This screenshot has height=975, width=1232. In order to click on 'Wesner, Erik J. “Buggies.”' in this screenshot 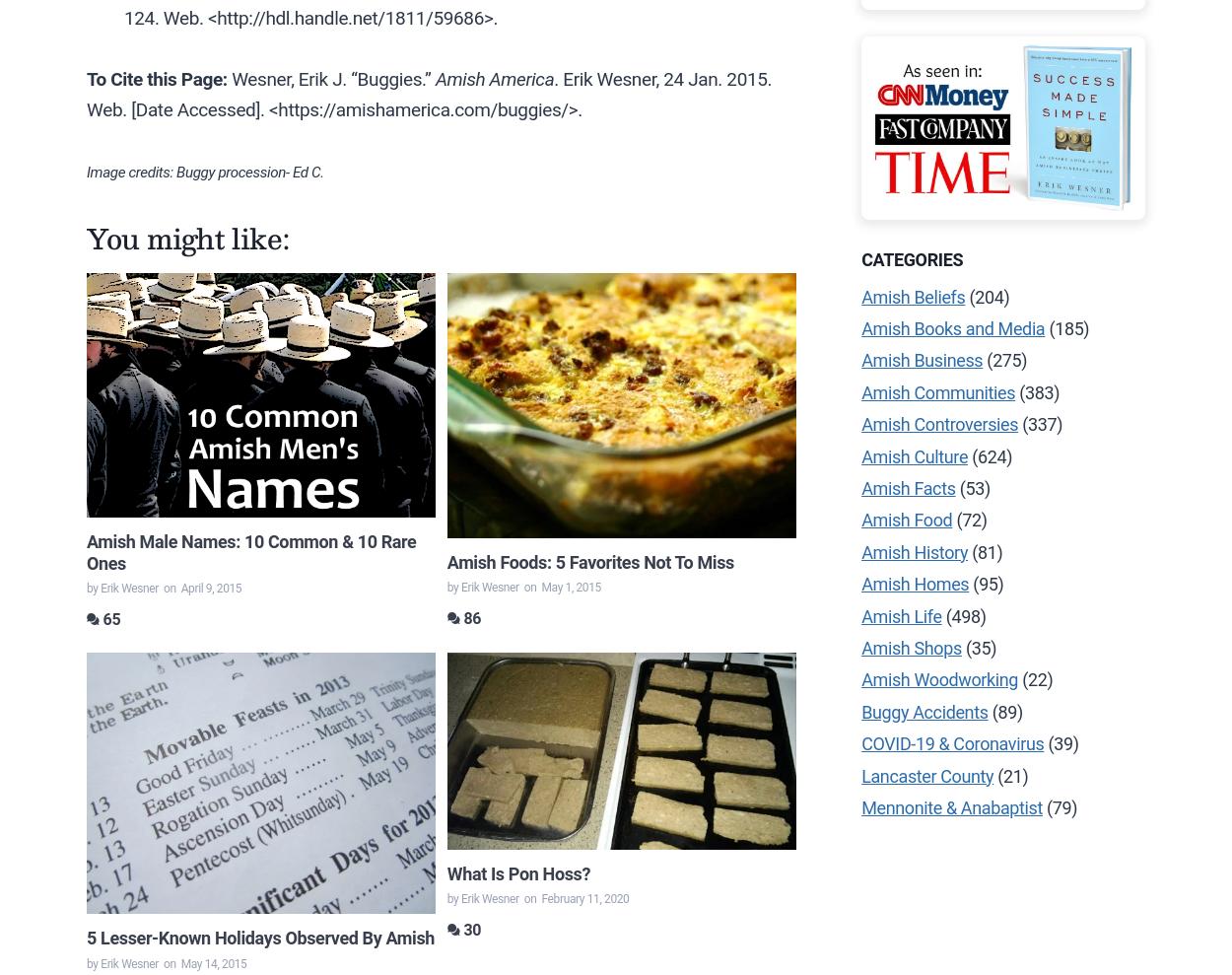, I will do `click(329, 79)`.